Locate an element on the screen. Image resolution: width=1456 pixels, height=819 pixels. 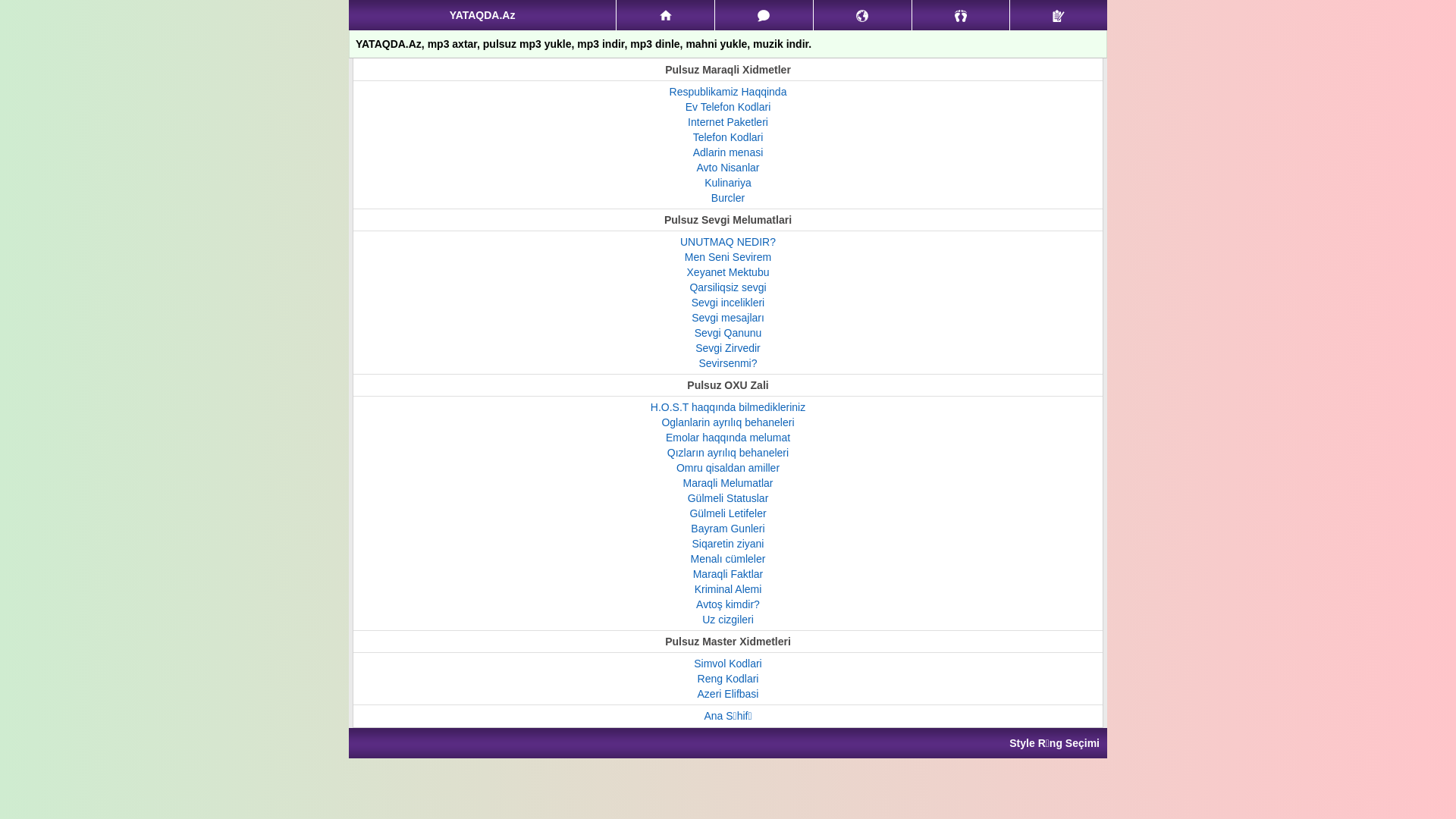
'Men Seni Sevirem' is located at coordinates (728, 256).